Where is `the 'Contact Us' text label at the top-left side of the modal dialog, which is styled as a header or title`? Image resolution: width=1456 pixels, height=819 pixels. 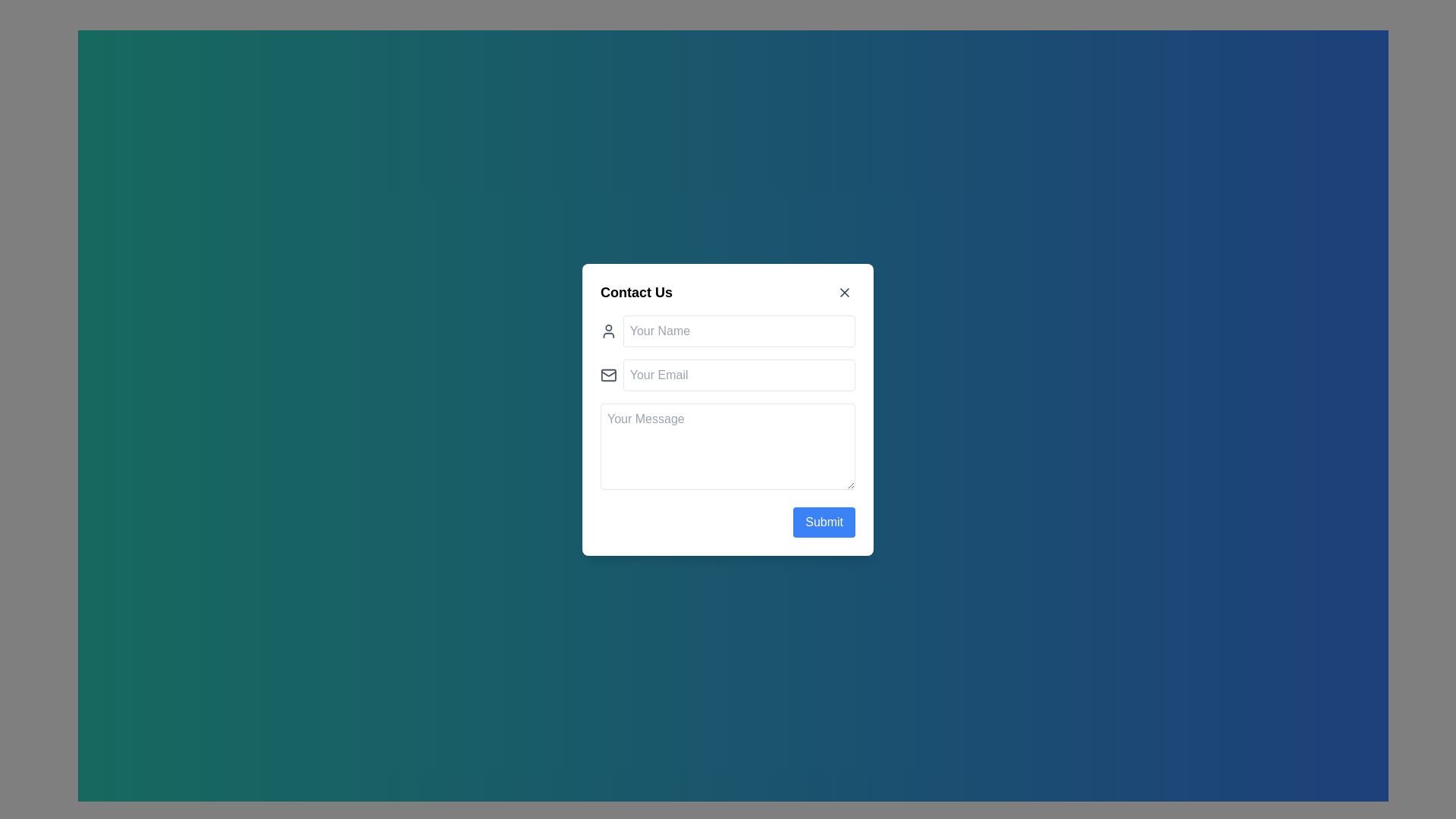
the 'Contact Us' text label at the top-left side of the modal dialog, which is styled as a header or title is located at coordinates (636, 292).